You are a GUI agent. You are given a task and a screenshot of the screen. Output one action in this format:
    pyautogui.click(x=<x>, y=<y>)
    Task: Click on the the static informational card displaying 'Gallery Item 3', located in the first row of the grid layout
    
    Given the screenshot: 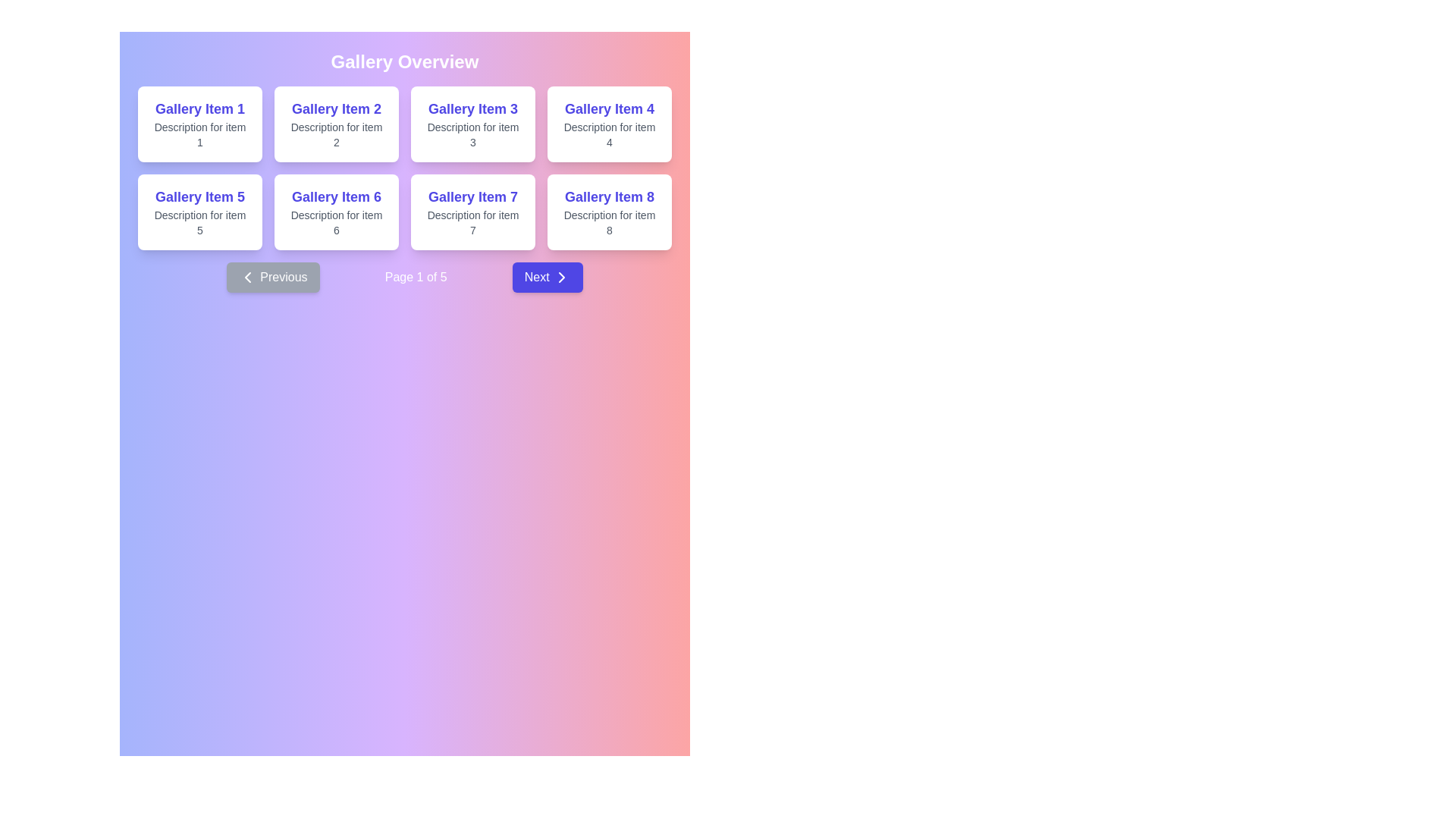 What is the action you would take?
    pyautogui.click(x=472, y=124)
    